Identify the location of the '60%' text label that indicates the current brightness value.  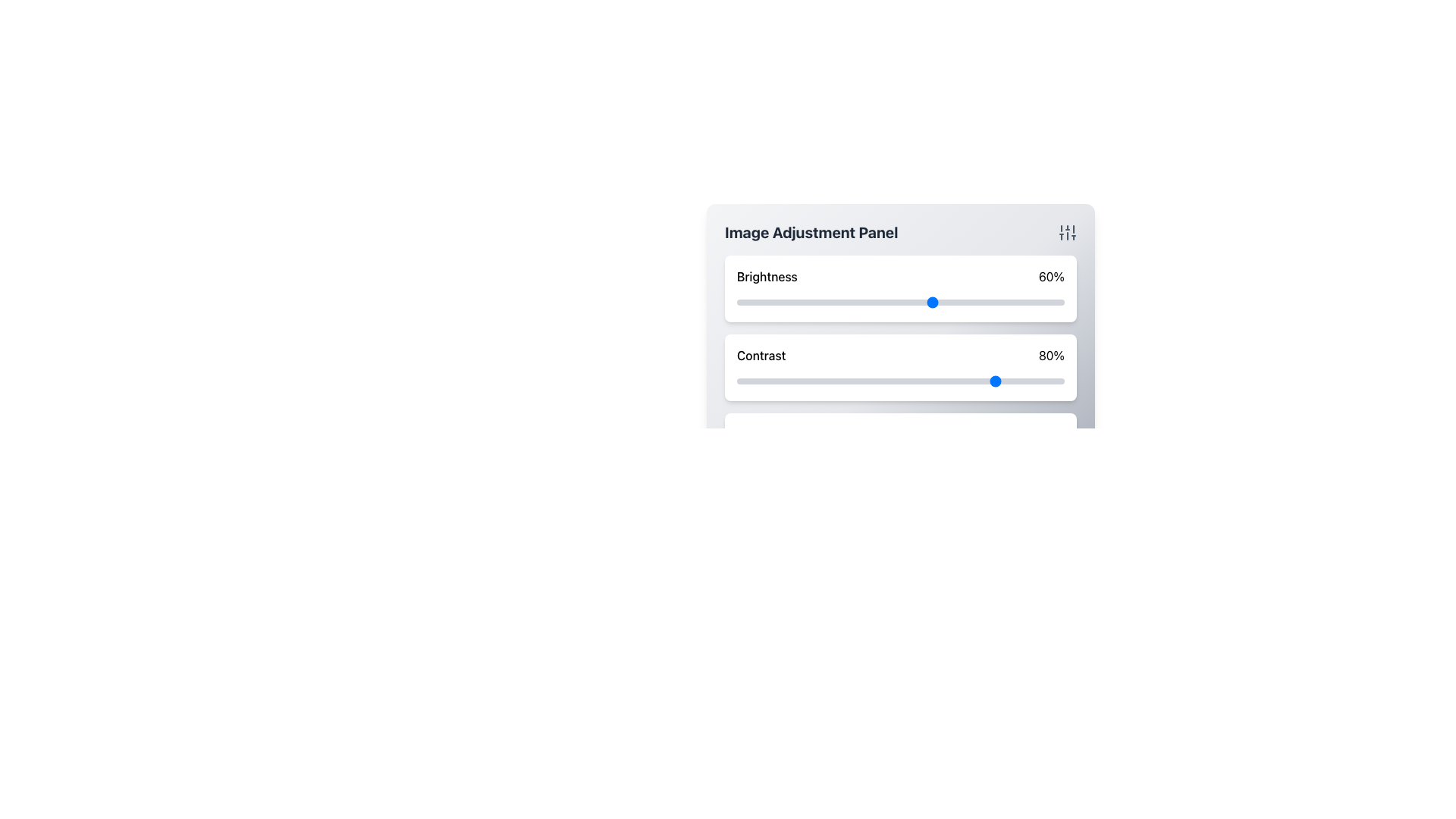
(1051, 277).